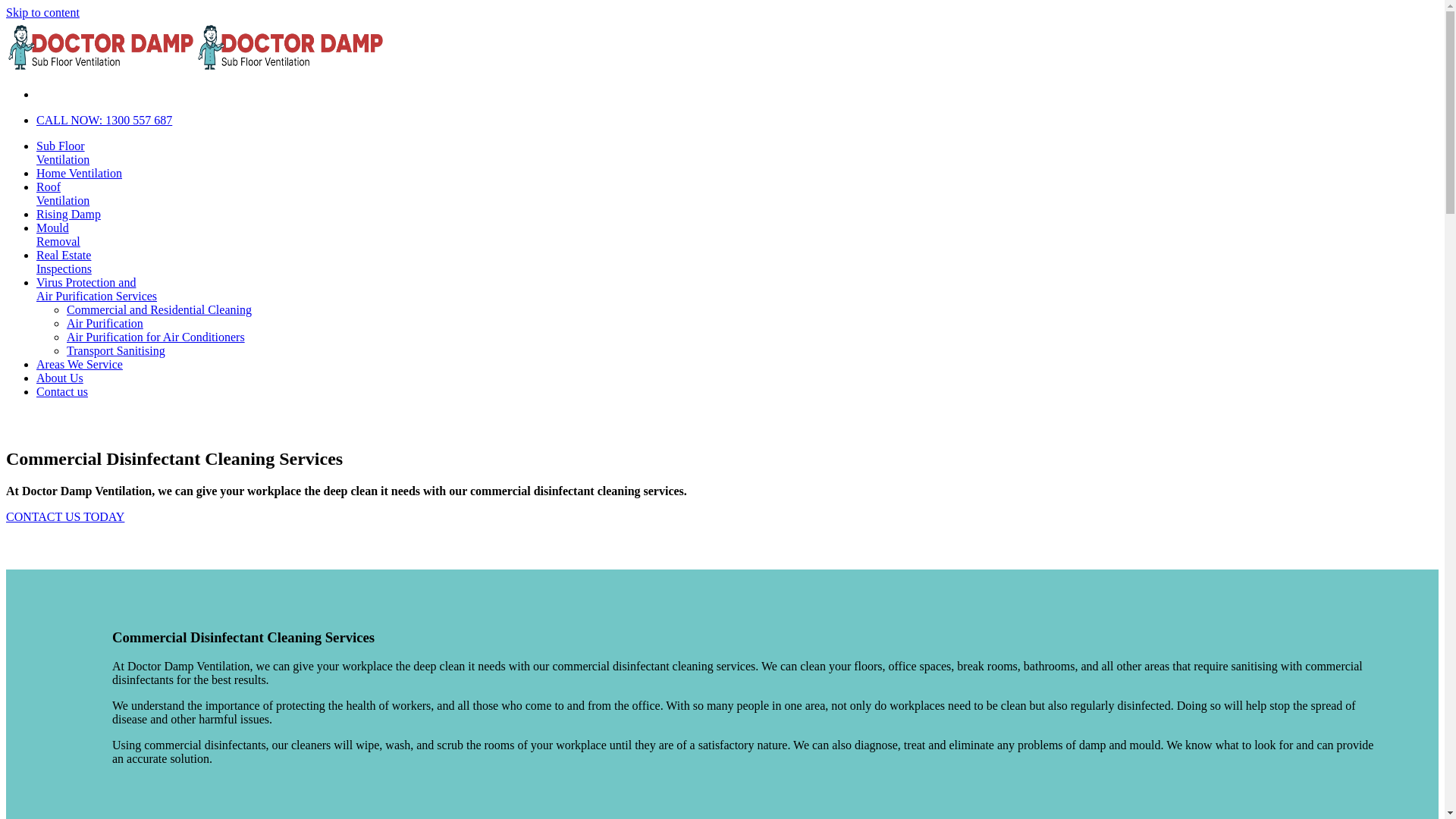 The height and width of the screenshot is (819, 1456). What do you see at coordinates (64, 516) in the screenshot?
I see `'CONTACT US TODAY'` at bounding box center [64, 516].